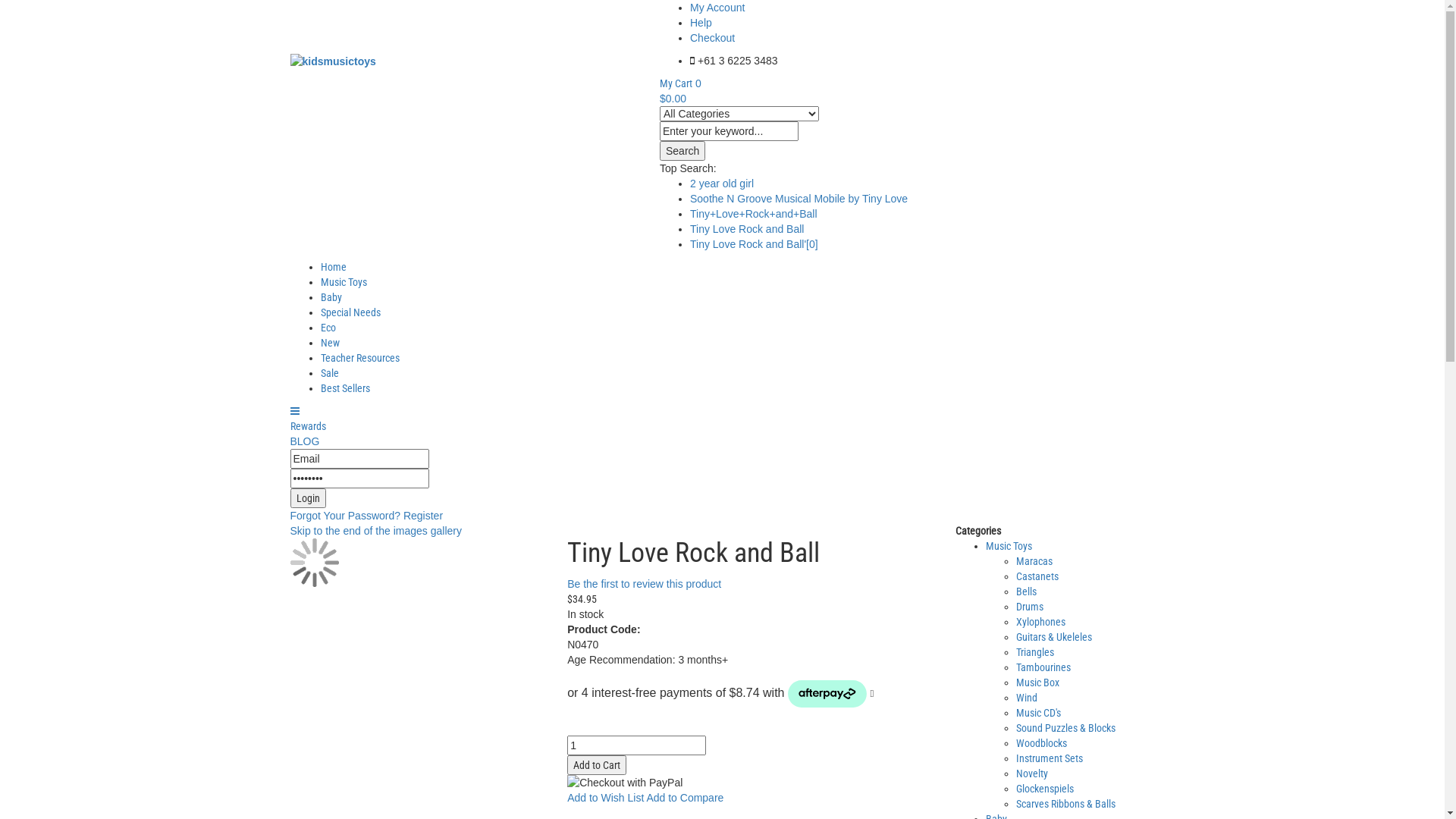 The height and width of the screenshot is (819, 1456). What do you see at coordinates (754, 243) in the screenshot?
I see `'Tiny Love Rock and Ball'[0]'` at bounding box center [754, 243].